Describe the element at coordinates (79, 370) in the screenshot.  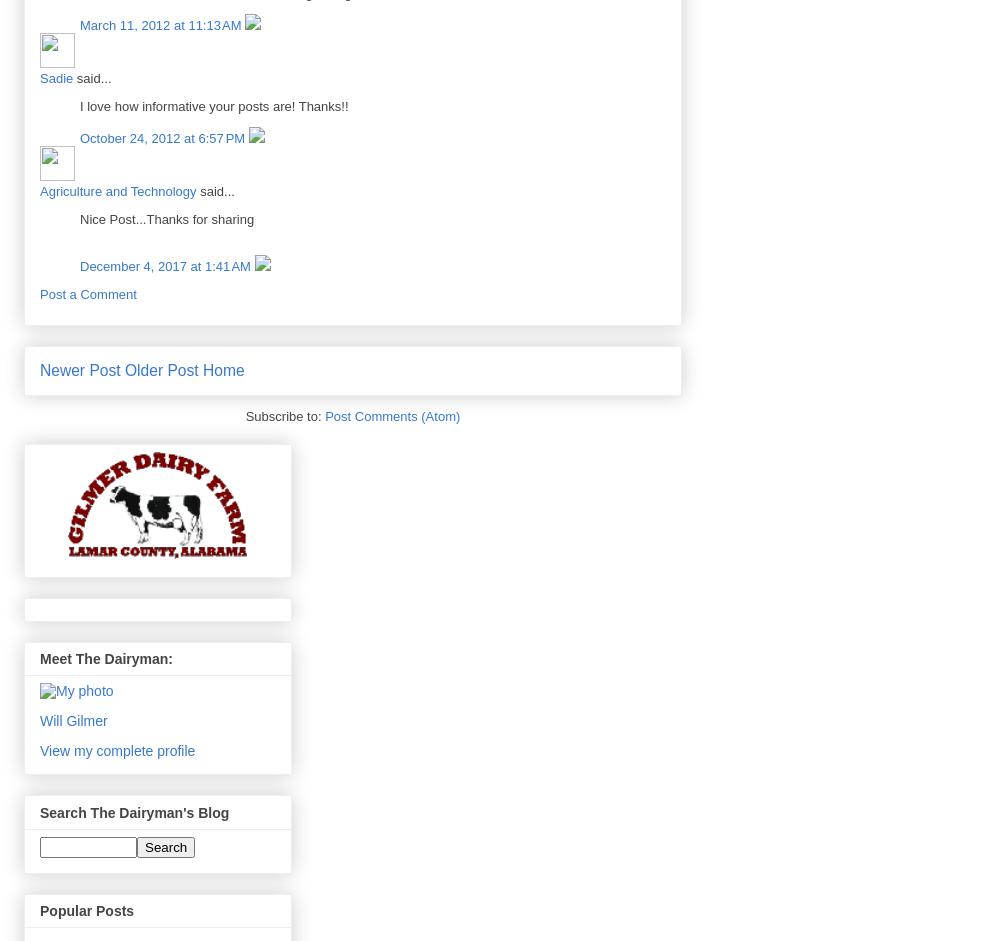
I see `'Newer Post'` at that location.